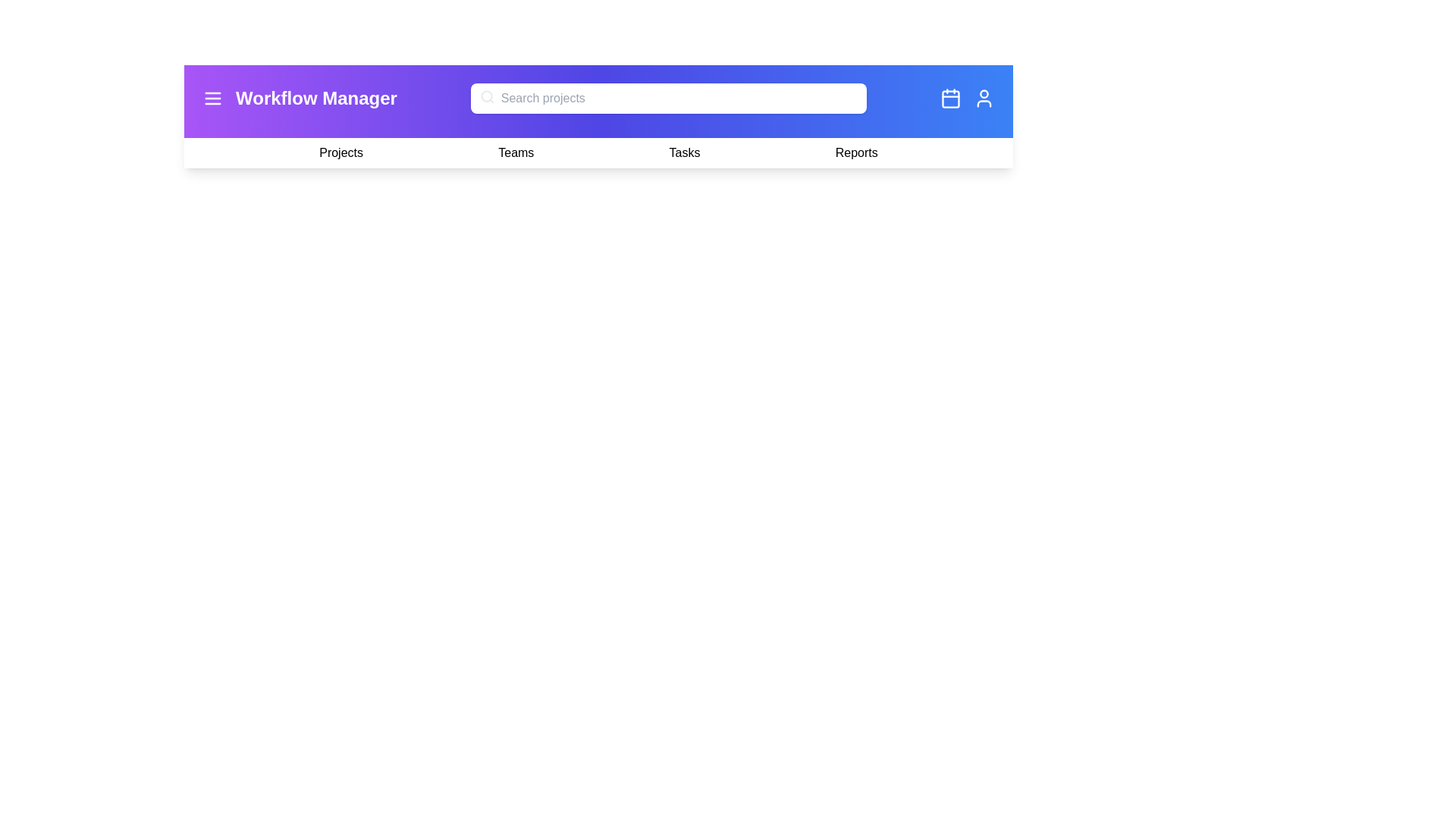 The height and width of the screenshot is (819, 1456). I want to click on the user icon to access the user profile, so click(984, 99).